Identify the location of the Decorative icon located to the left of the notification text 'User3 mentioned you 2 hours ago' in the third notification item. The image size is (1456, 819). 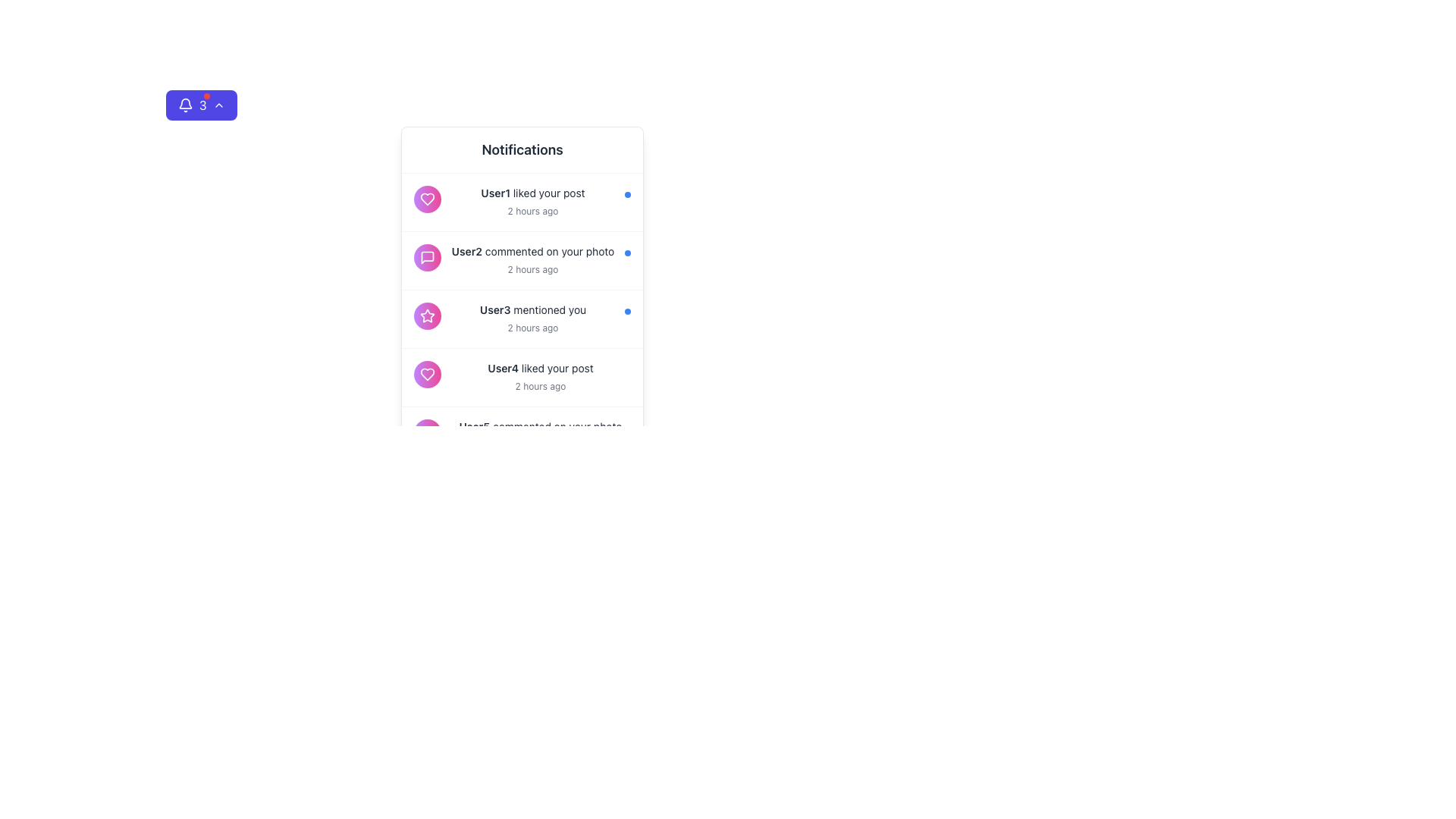
(427, 315).